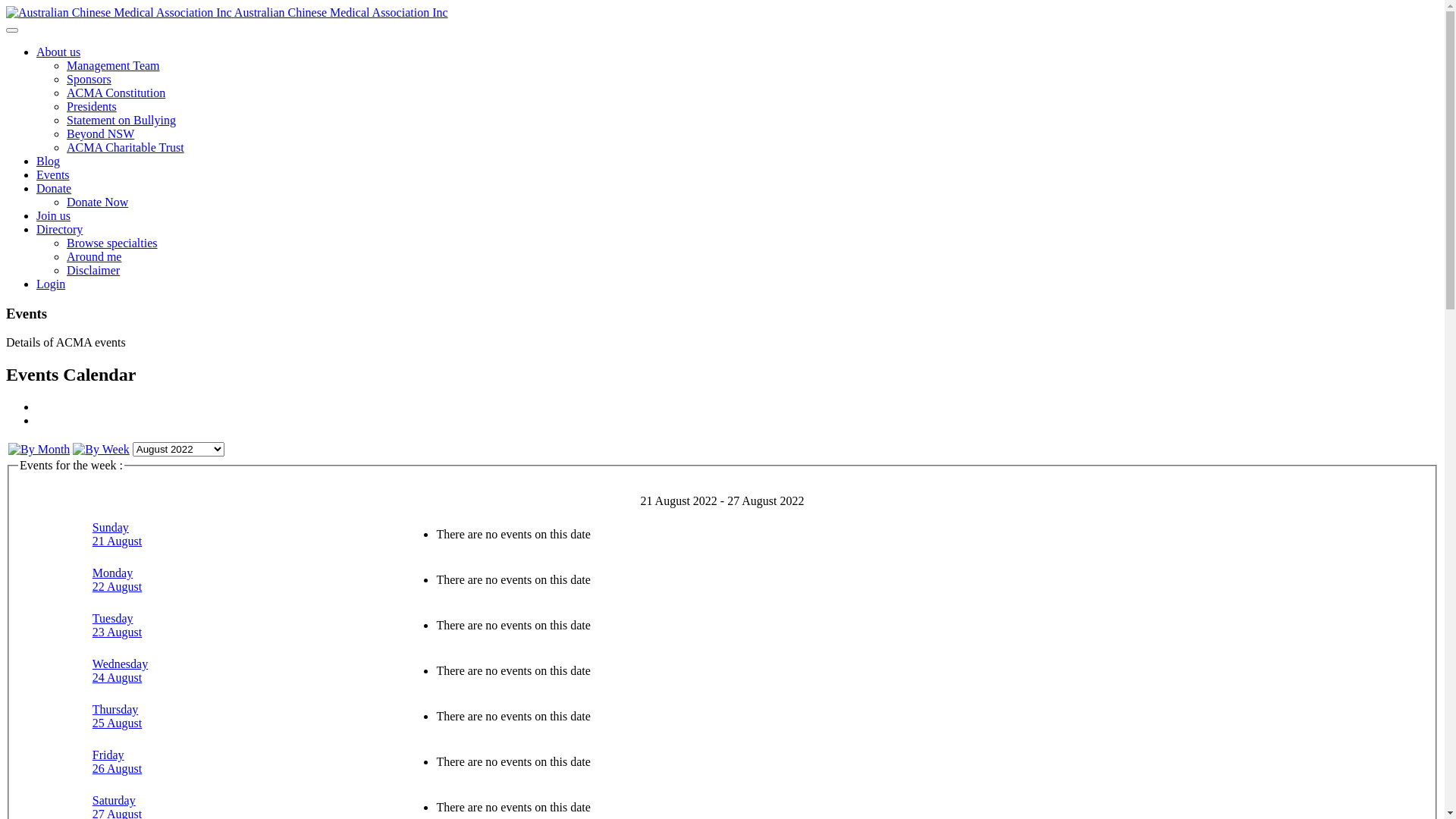 The height and width of the screenshot is (819, 1456). Describe the element at coordinates (53, 215) in the screenshot. I see `'Join us'` at that location.